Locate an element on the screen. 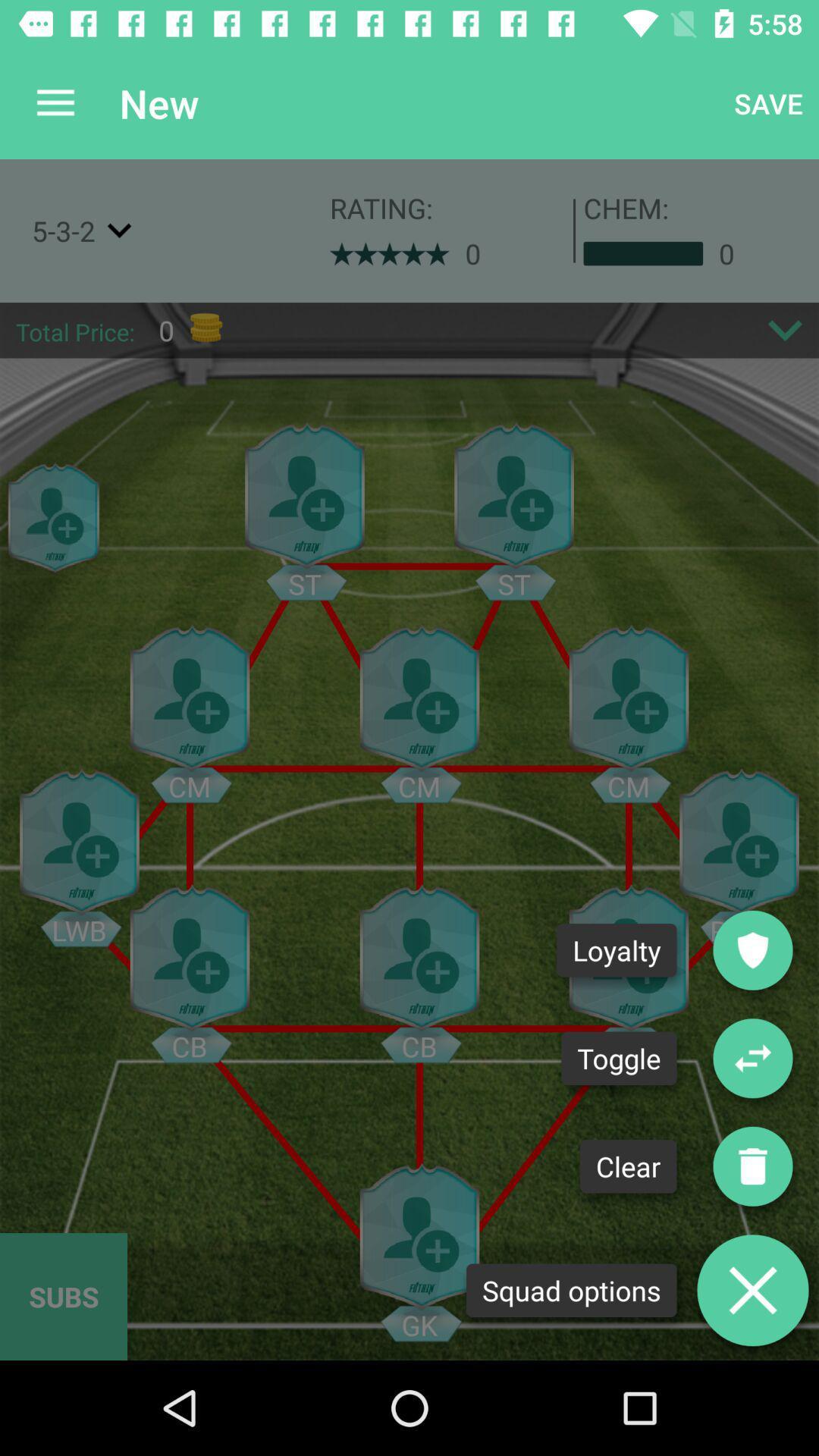  delete option is located at coordinates (752, 1289).